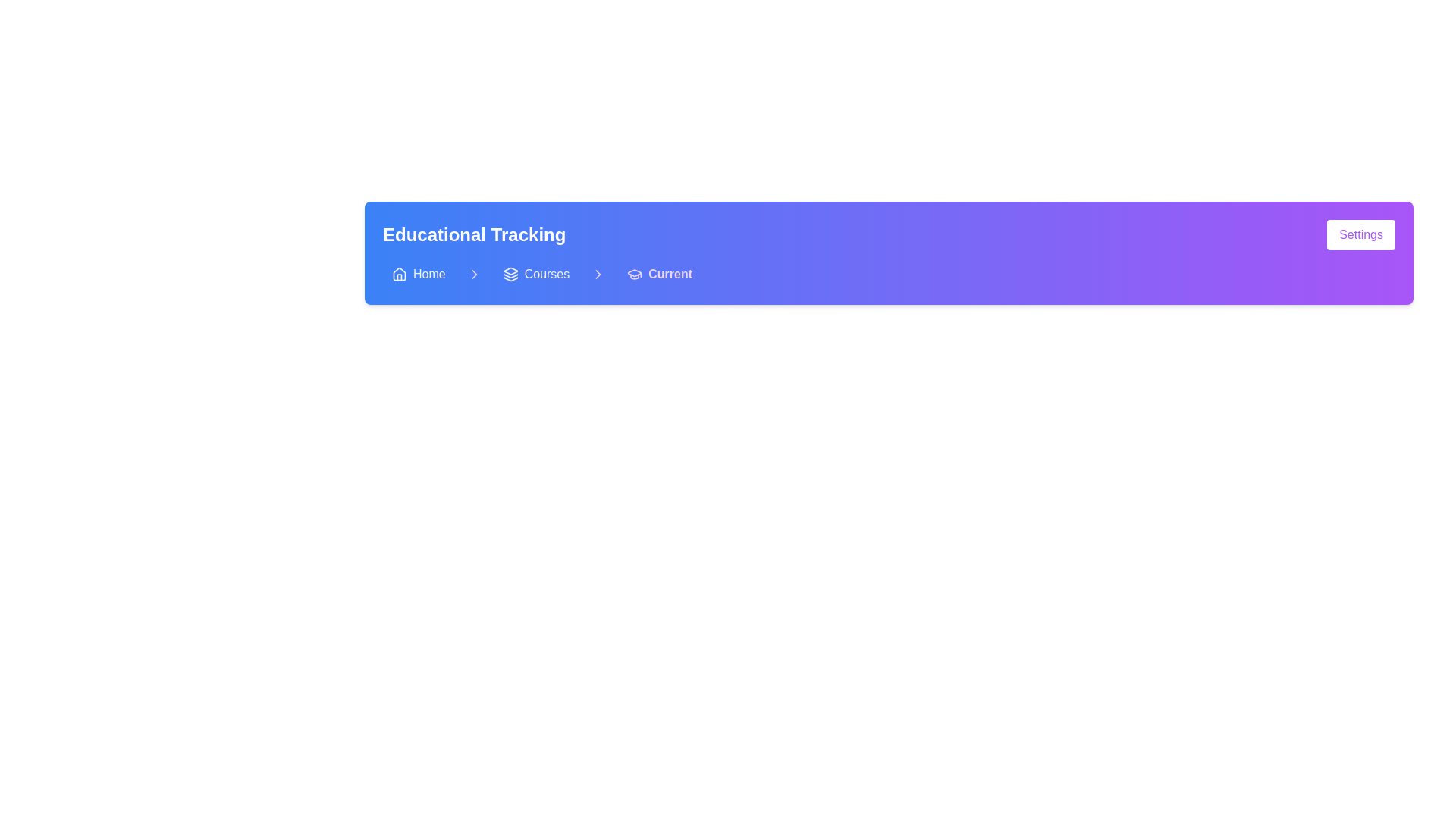  What do you see at coordinates (536, 275) in the screenshot?
I see `the 'Courses' breadcrumb navigation link` at bounding box center [536, 275].